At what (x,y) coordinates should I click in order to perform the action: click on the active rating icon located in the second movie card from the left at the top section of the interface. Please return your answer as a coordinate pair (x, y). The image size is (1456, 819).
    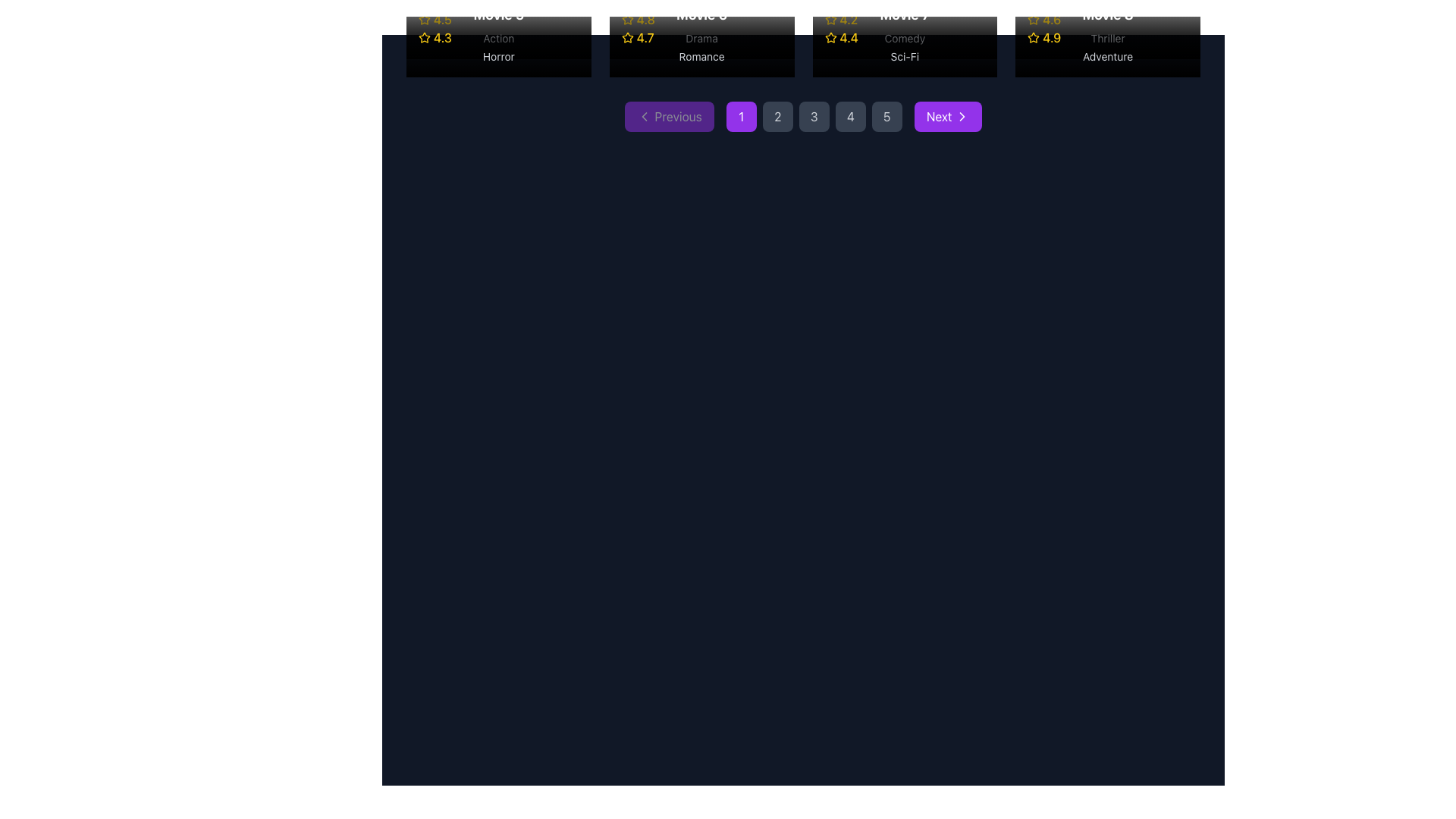
    Looking at the image, I should click on (627, 19).